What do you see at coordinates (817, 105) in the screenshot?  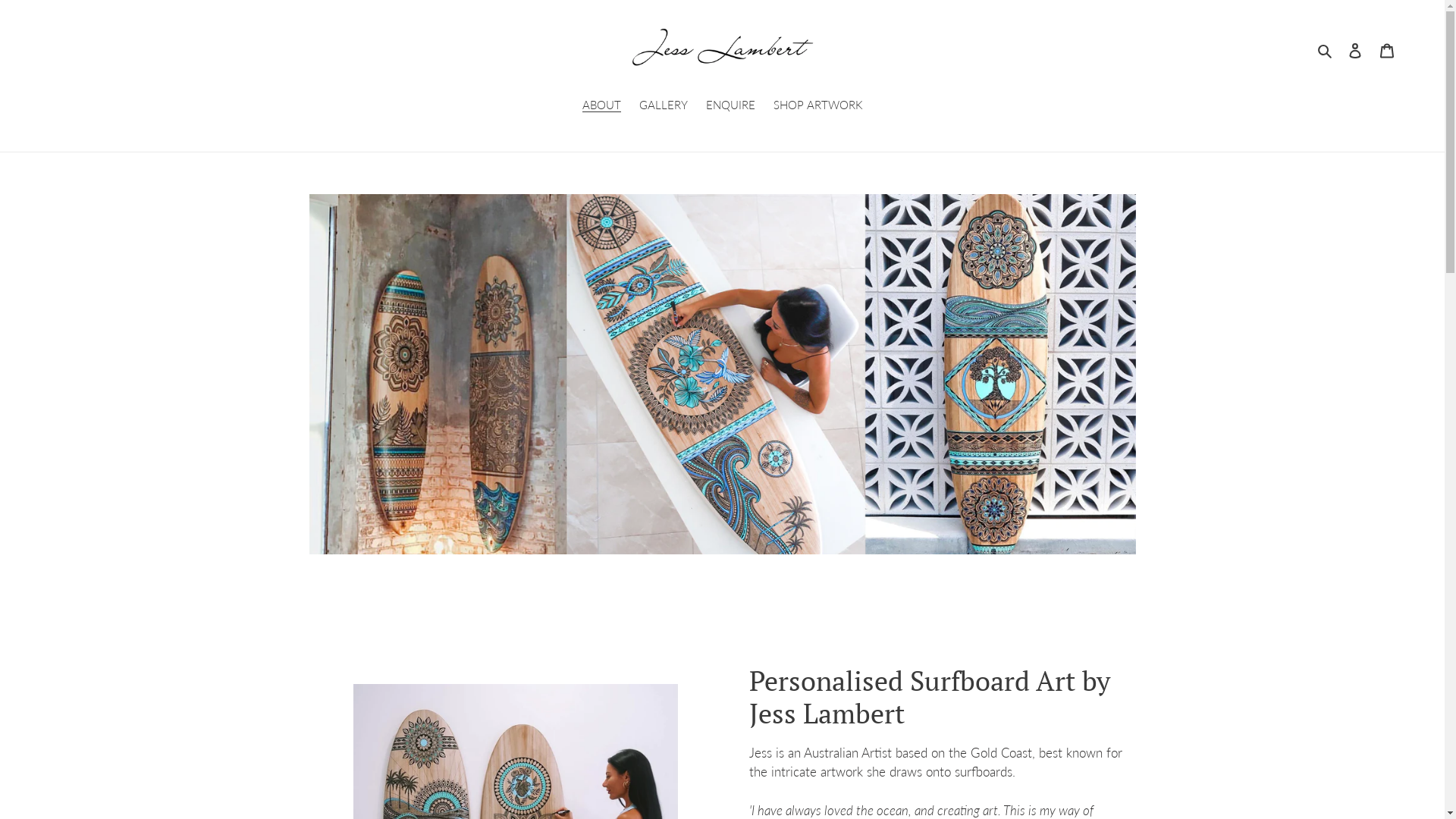 I see `'SHOP ARTWORK'` at bounding box center [817, 105].